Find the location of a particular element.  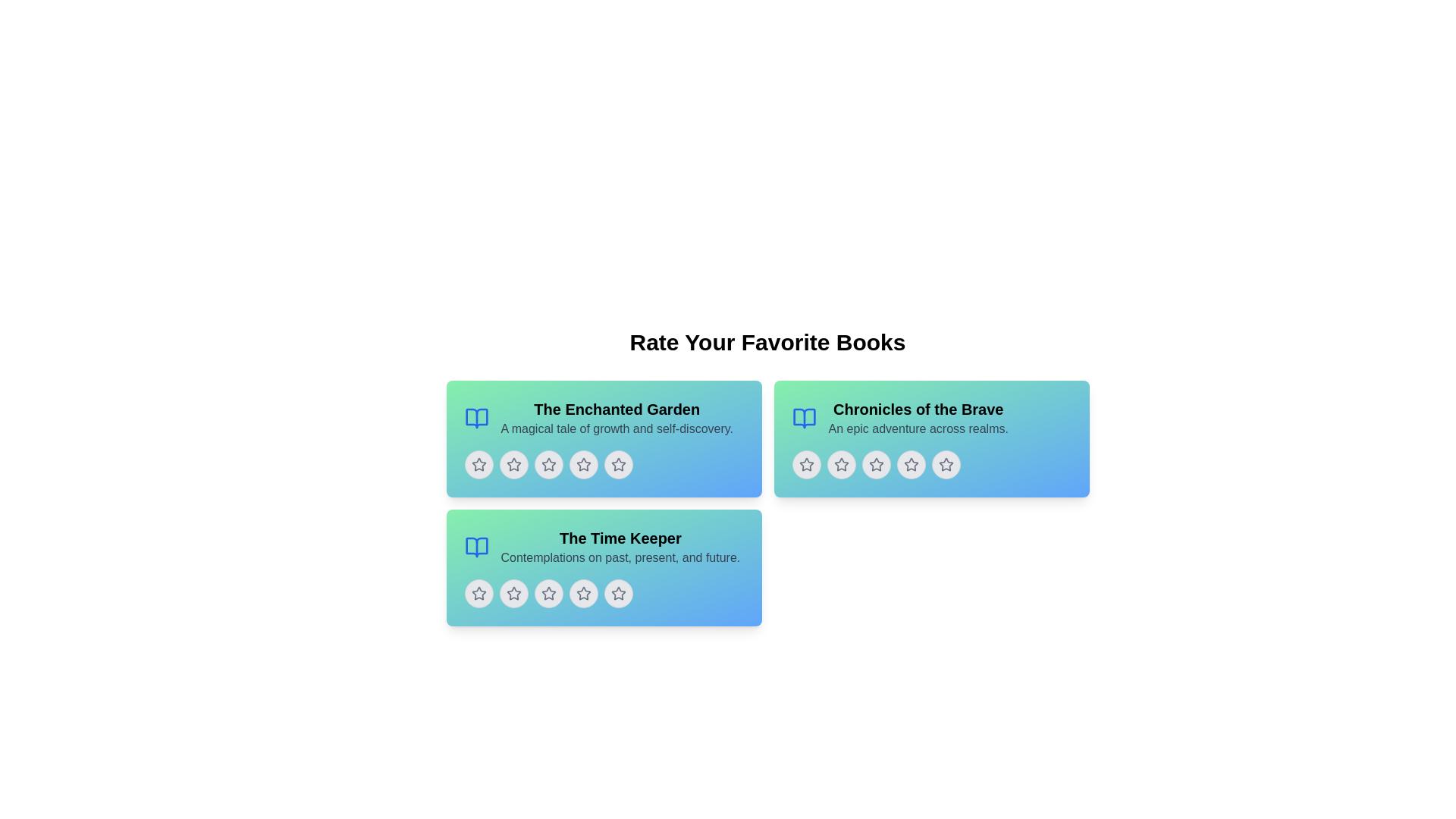

the first star rating button under the book titled 'The Enchanted Garden', which is a circular button with a star icon in its center, to rate one star is located at coordinates (478, 464).